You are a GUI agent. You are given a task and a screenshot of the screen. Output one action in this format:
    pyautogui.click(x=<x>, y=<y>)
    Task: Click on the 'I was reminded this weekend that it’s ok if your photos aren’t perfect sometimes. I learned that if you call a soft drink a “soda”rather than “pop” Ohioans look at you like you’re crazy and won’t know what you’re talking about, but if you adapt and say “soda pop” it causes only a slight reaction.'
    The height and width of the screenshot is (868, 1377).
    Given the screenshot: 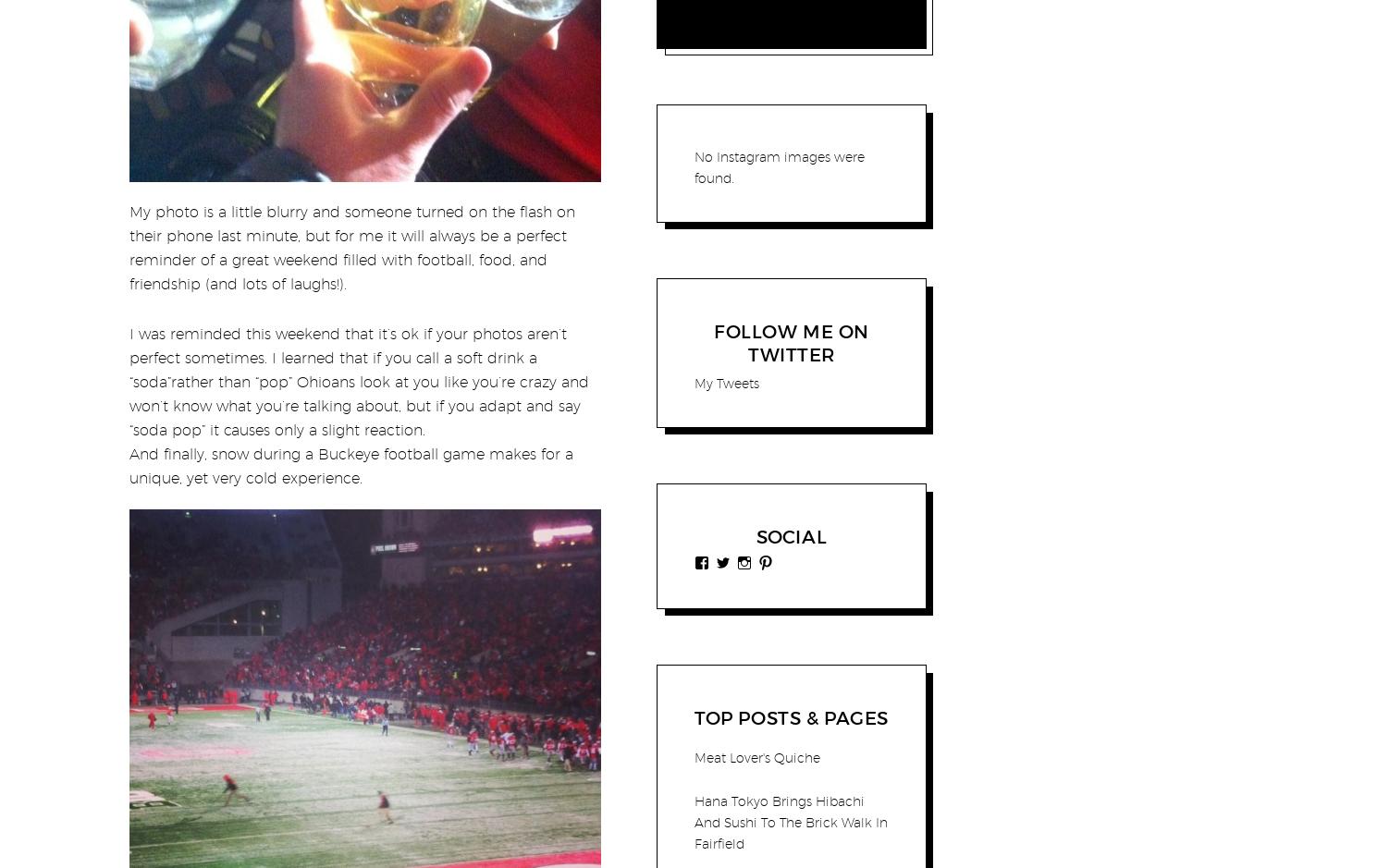 What is the action you would take?
    pyautogui.click(x=358, y=380)
    